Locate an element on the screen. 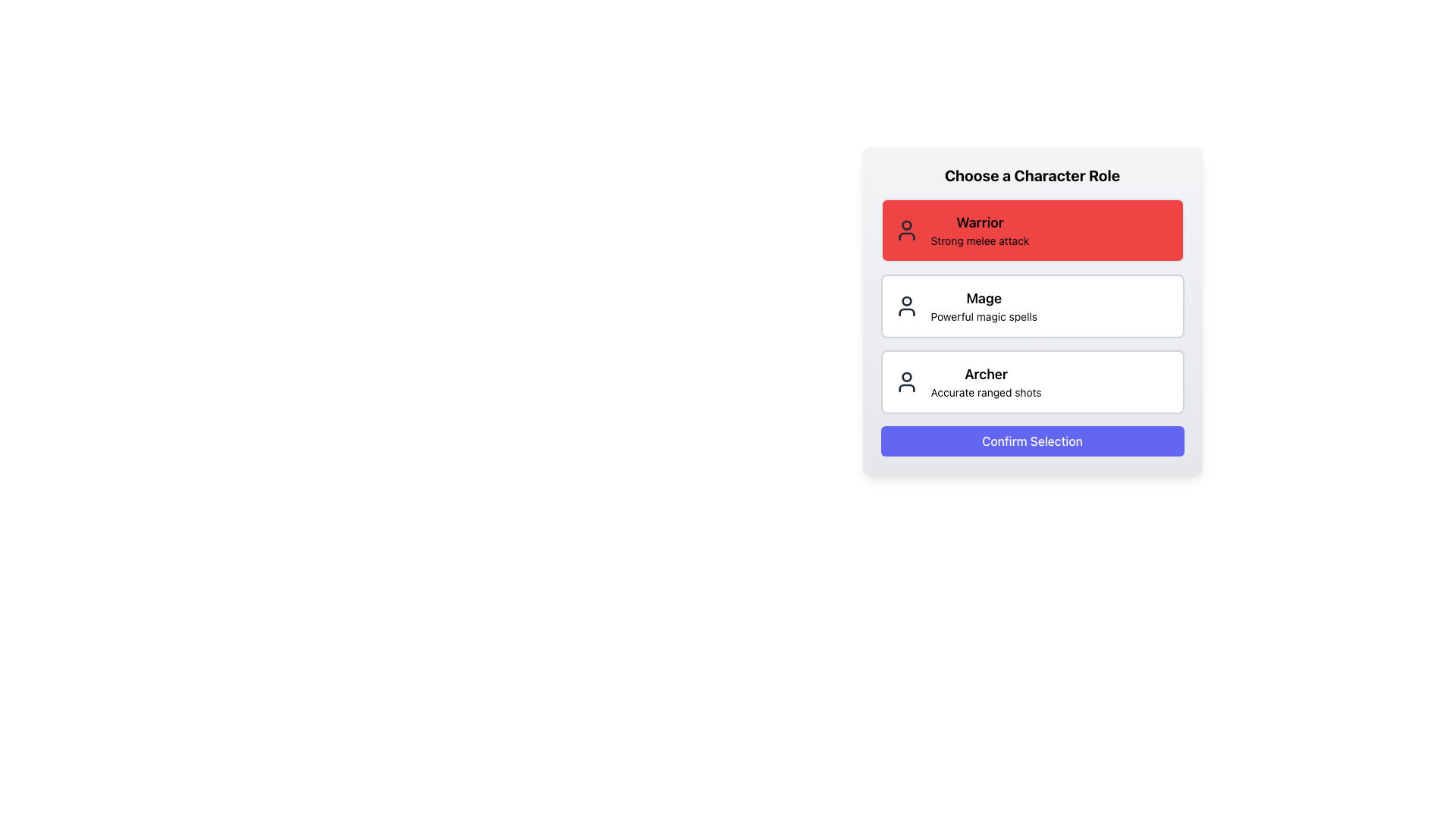 The image size is (1456, 819). the 'Archer' icon, which is the leftmost component in the character selection menu is located at coordinates (906, 381).